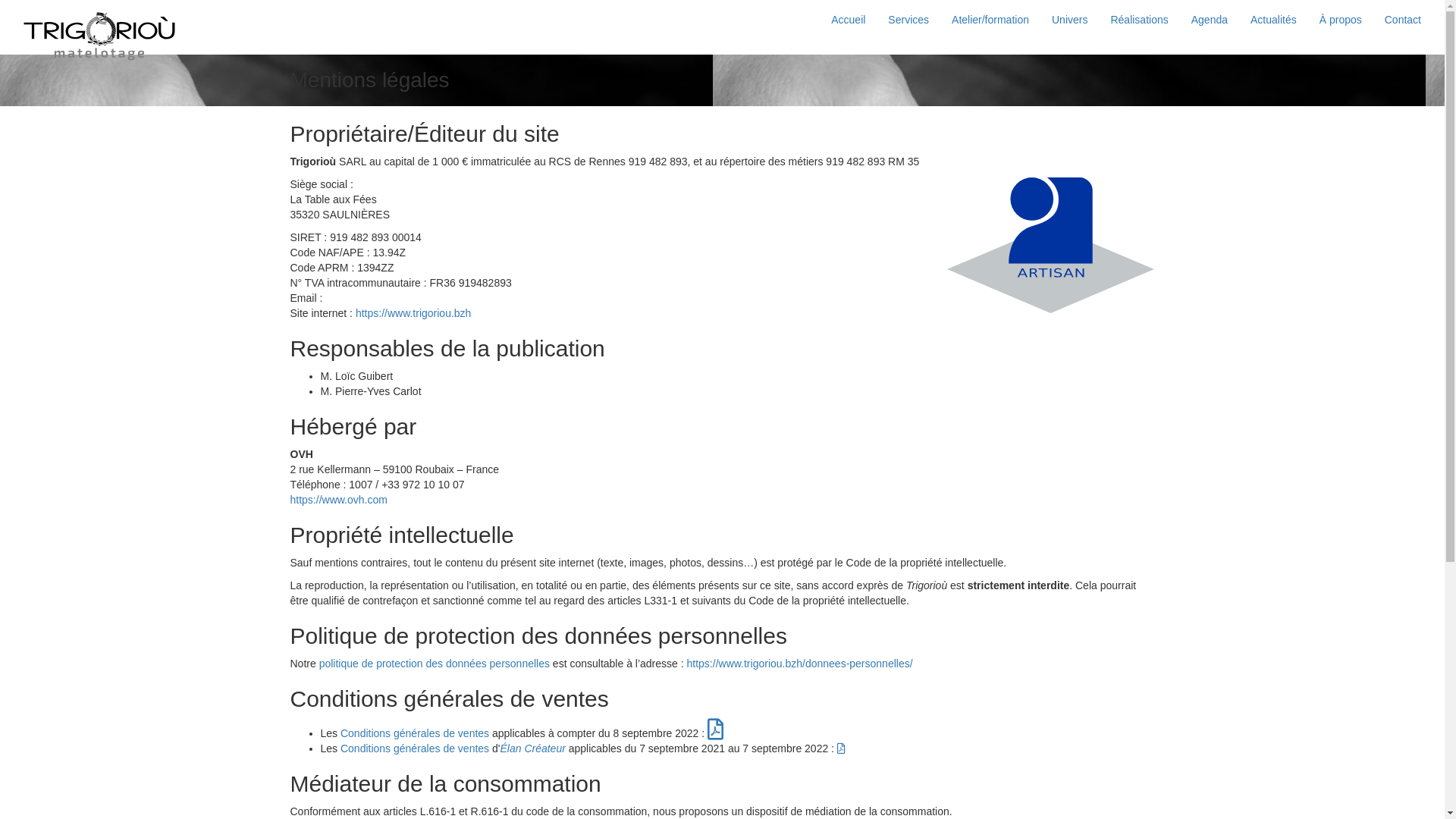  What do you see at coordinates (337, 500) in the screenshot?
I see `'https://www.ovh.com'` at bounding box center [337, 500].